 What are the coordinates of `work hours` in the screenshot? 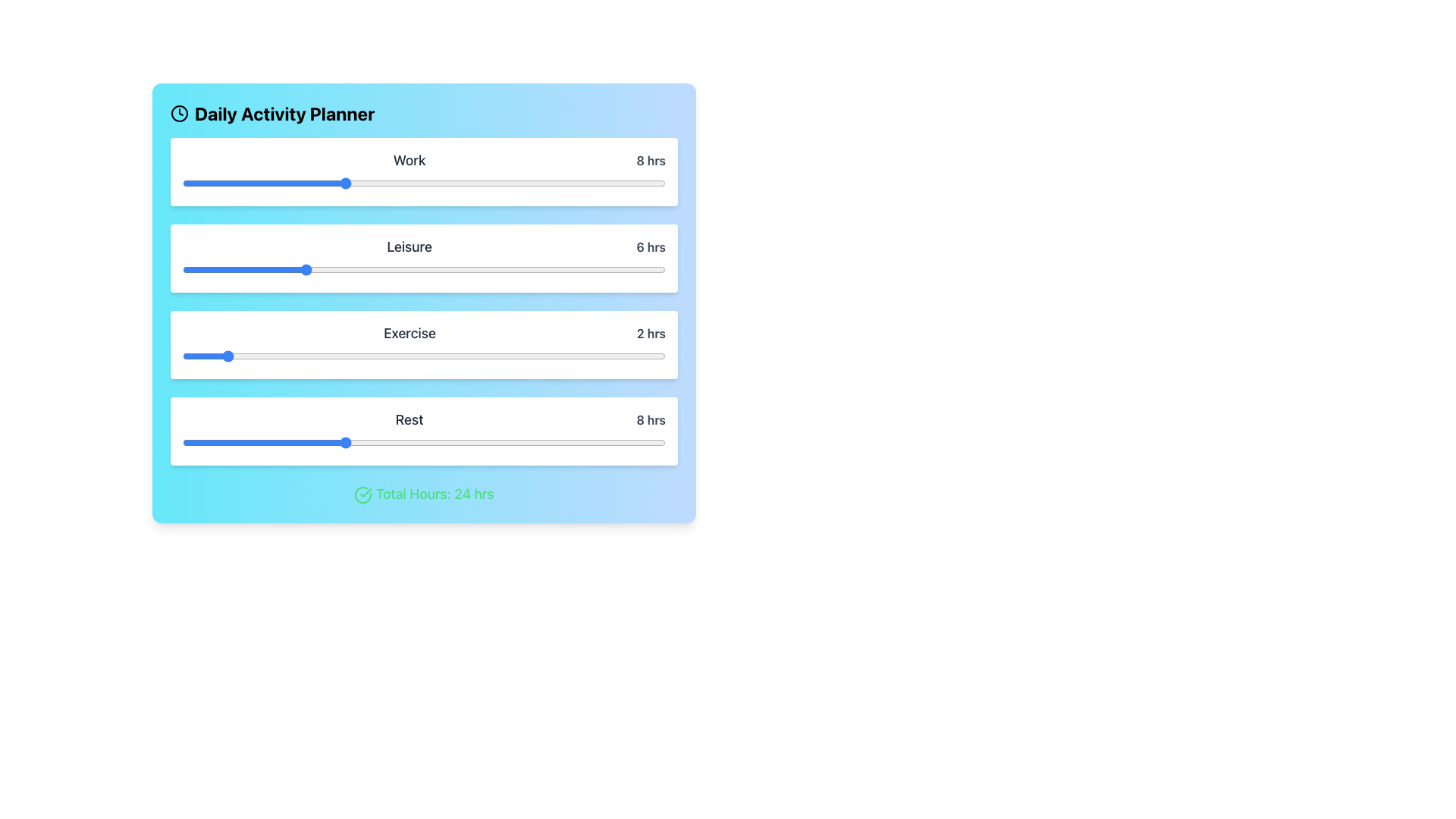 It's located at (384, 183).